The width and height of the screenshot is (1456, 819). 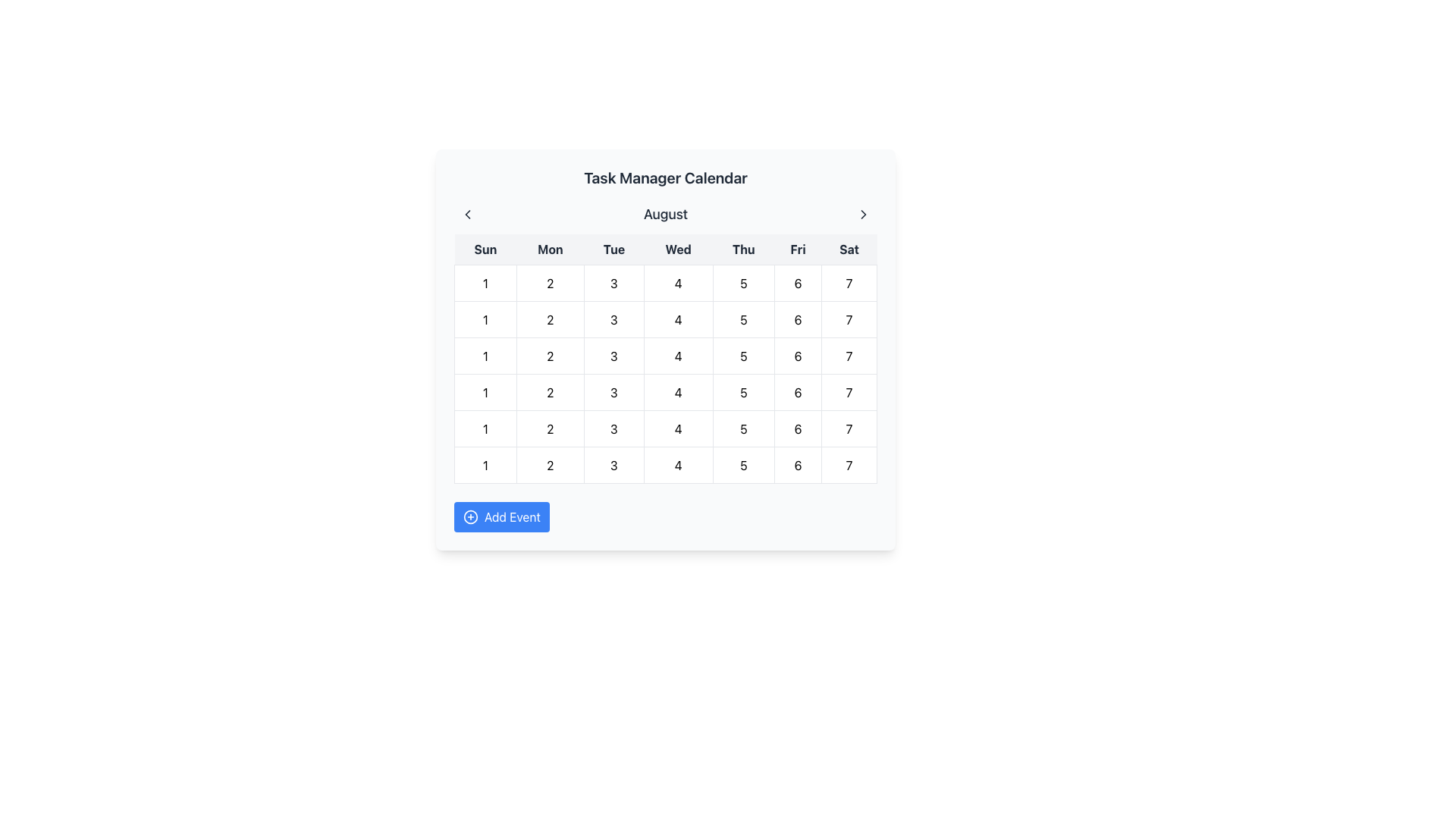 I want to click on the chevron icon button in the top-right corner of the calendar interface, so click(x=863, y=214).